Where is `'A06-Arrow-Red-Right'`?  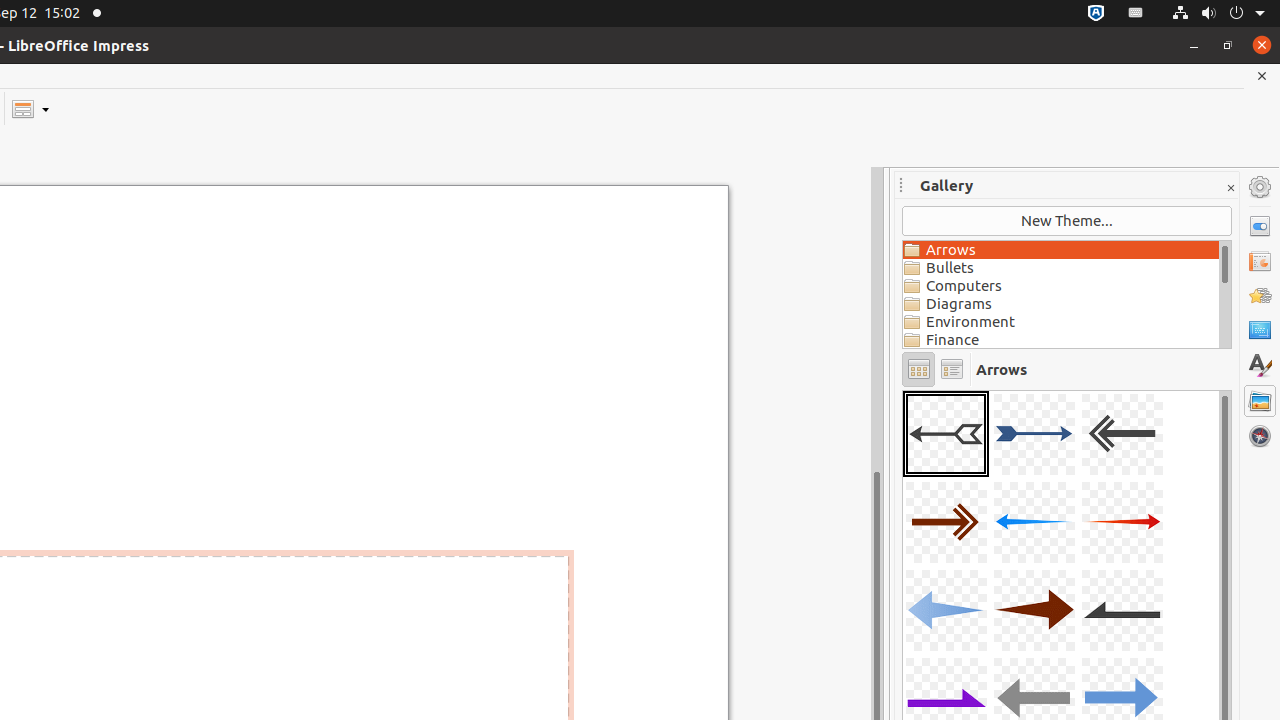
'A06-Arrow-Red-Right' is located at coordinates (1122, 521).